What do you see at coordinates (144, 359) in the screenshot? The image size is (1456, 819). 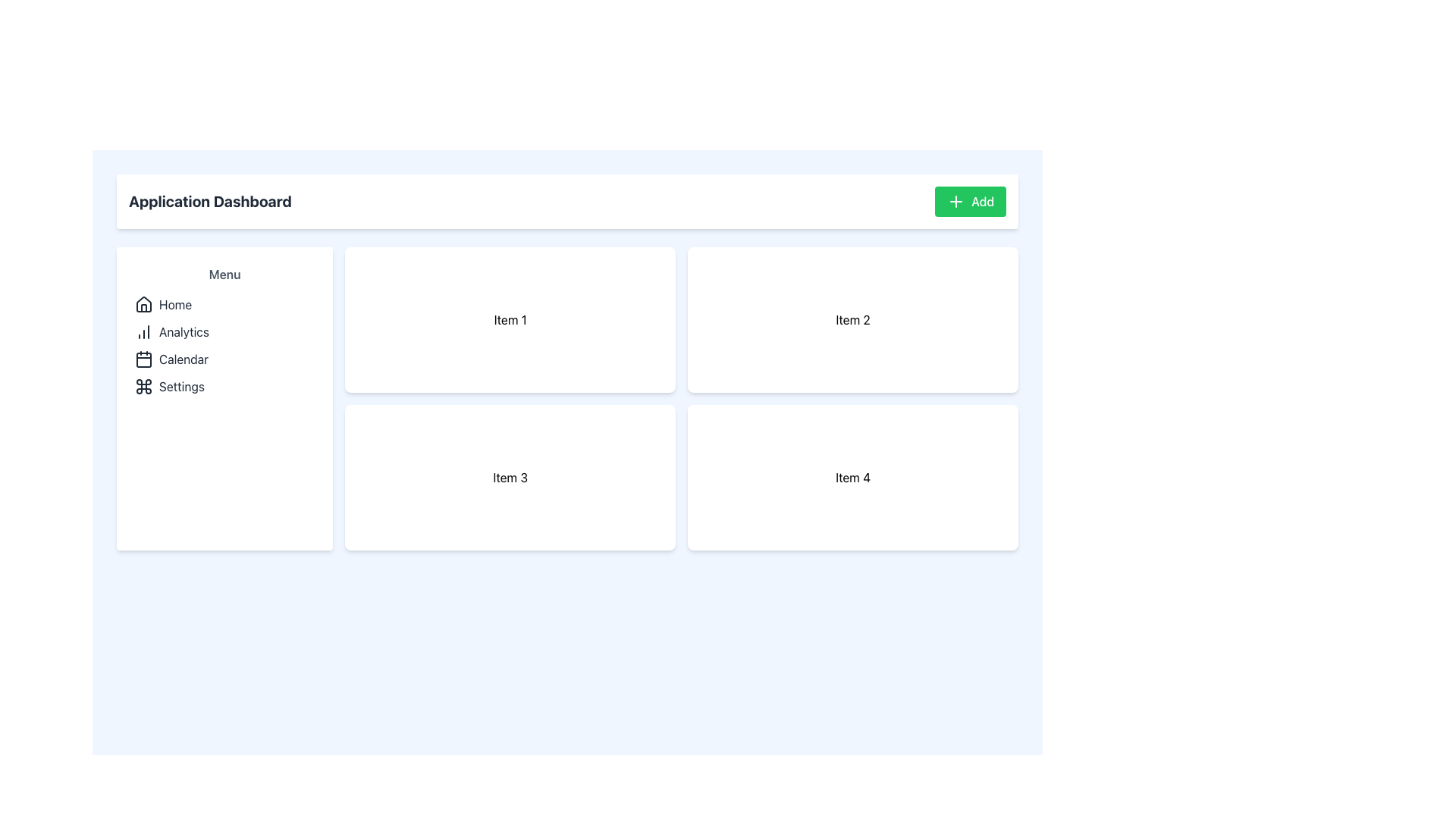 I see `the styling of the 'Calendar' icon located in the sidebar menu, which is the third item in the list, following 'Home' and 'Analytics'` at bounding box center [144, 359].